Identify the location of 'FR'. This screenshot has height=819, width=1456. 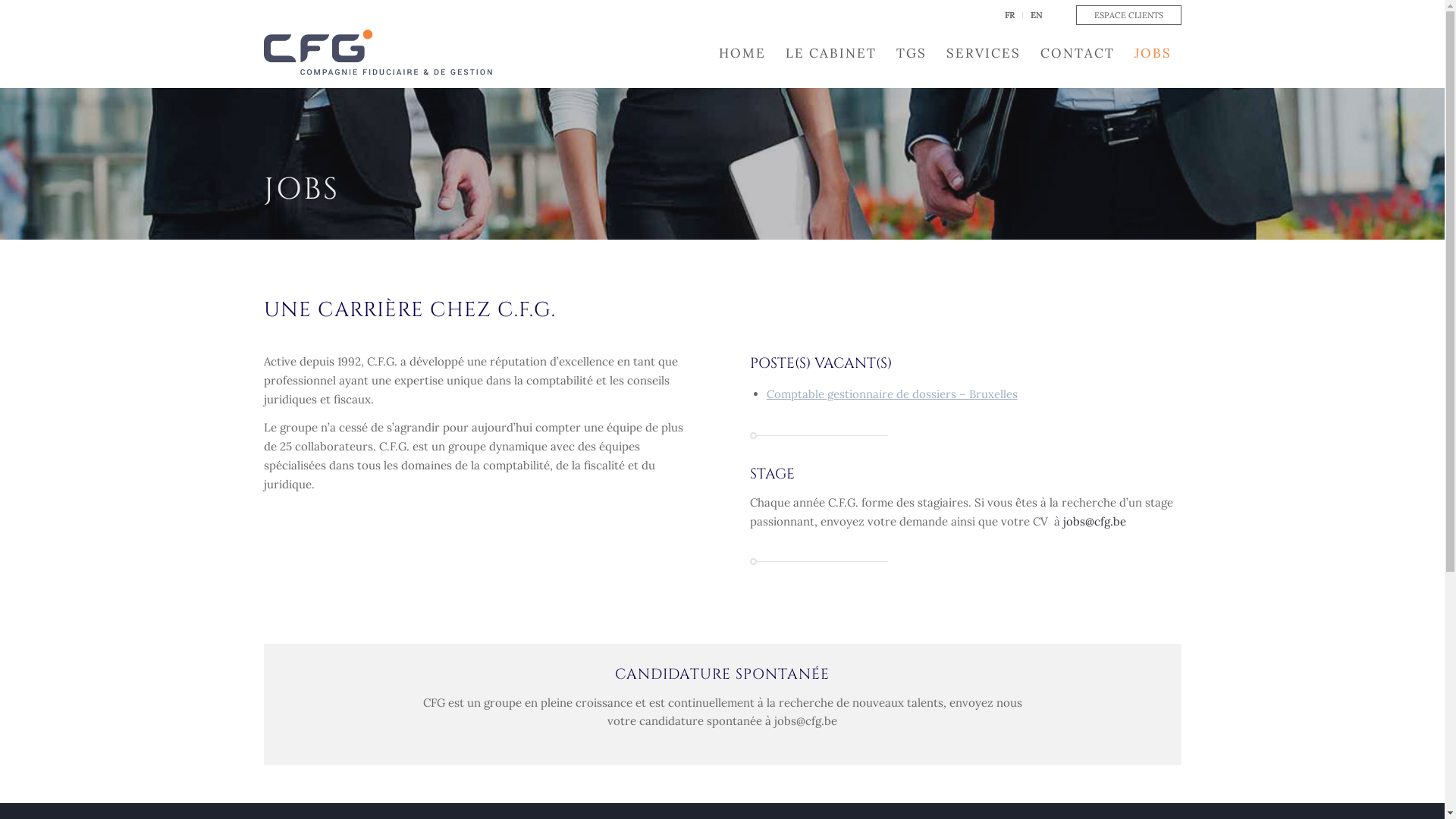
(1009, 14).